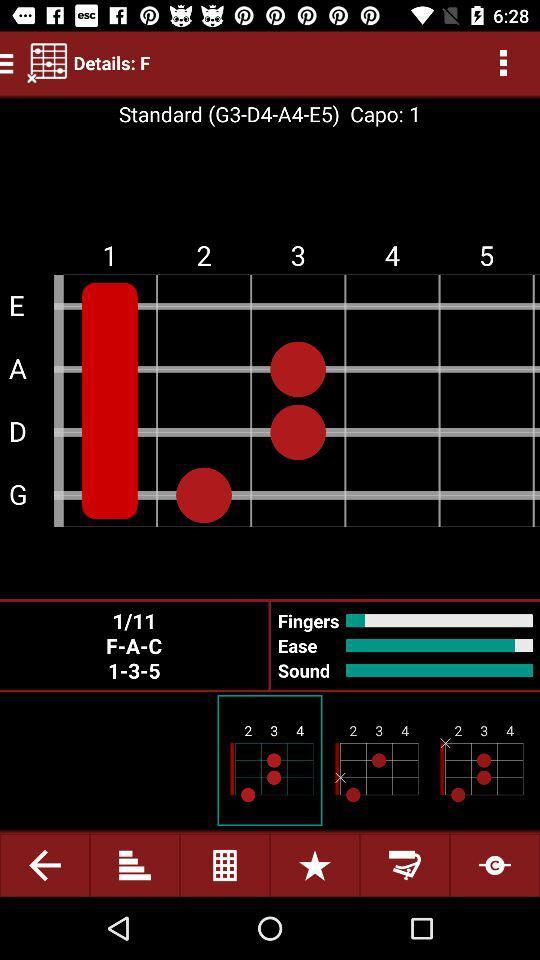 This screenshot has width=540, height=960. Describe the element at coordinates (9, 62) in the screenshot. I see `the menu icon` at that location.